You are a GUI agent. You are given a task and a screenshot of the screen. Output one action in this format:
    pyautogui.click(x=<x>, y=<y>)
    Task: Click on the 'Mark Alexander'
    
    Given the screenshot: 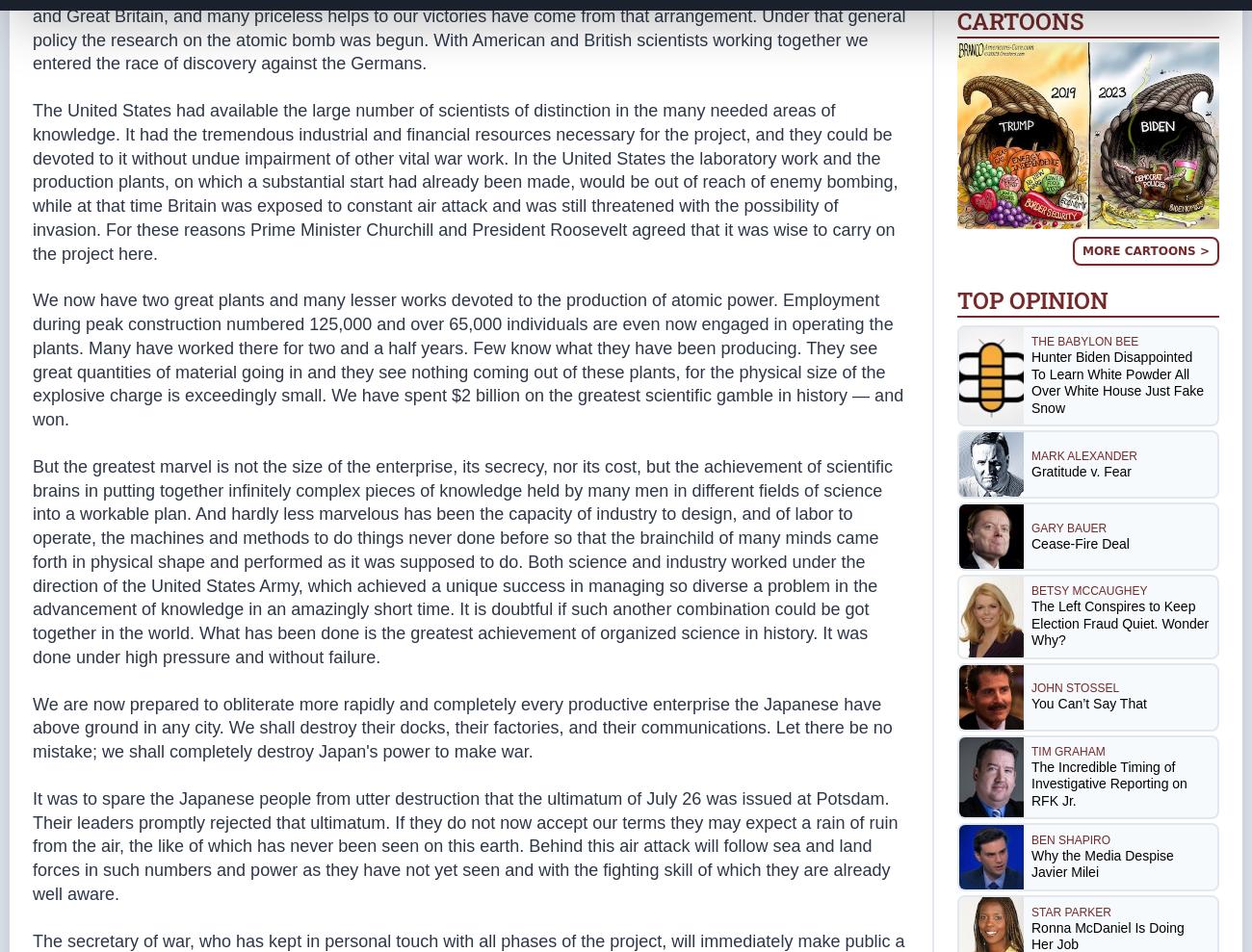 What is the action you would take?
    pyautogui.click(x=1083, y=454)
    